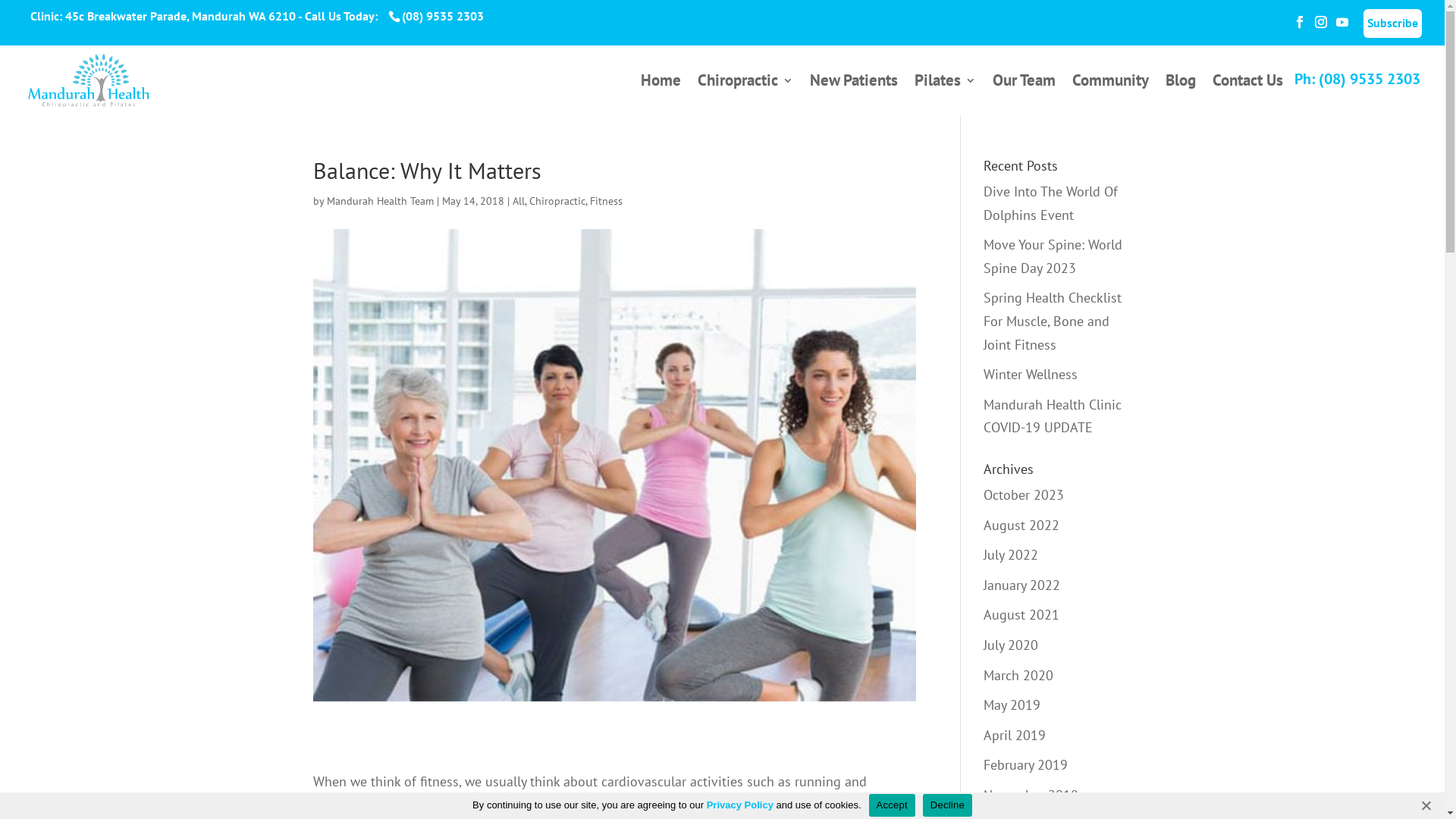 Image resolution: width=1456 pixels, height=819 pixels. Describe the element at coordinates (1051, 416) in the screenshot. I see `'Mandurah Health Clinic COVID-19 UPDATE'` at that location.